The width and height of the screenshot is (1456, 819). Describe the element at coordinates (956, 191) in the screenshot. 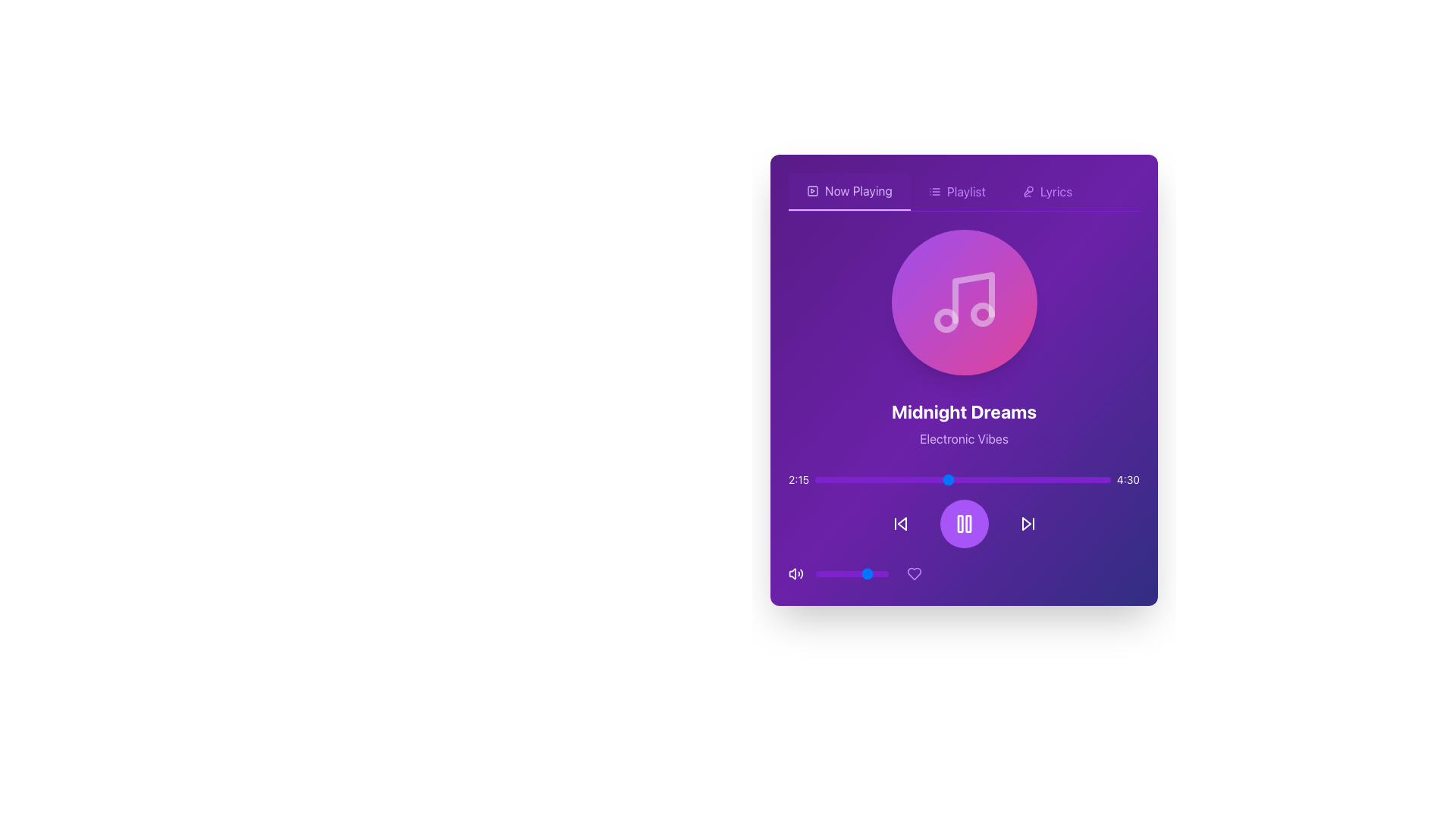

I see `the navigation tab located in the upper section of the interface, which is the second item in a horizontal group of tabs` at that location.